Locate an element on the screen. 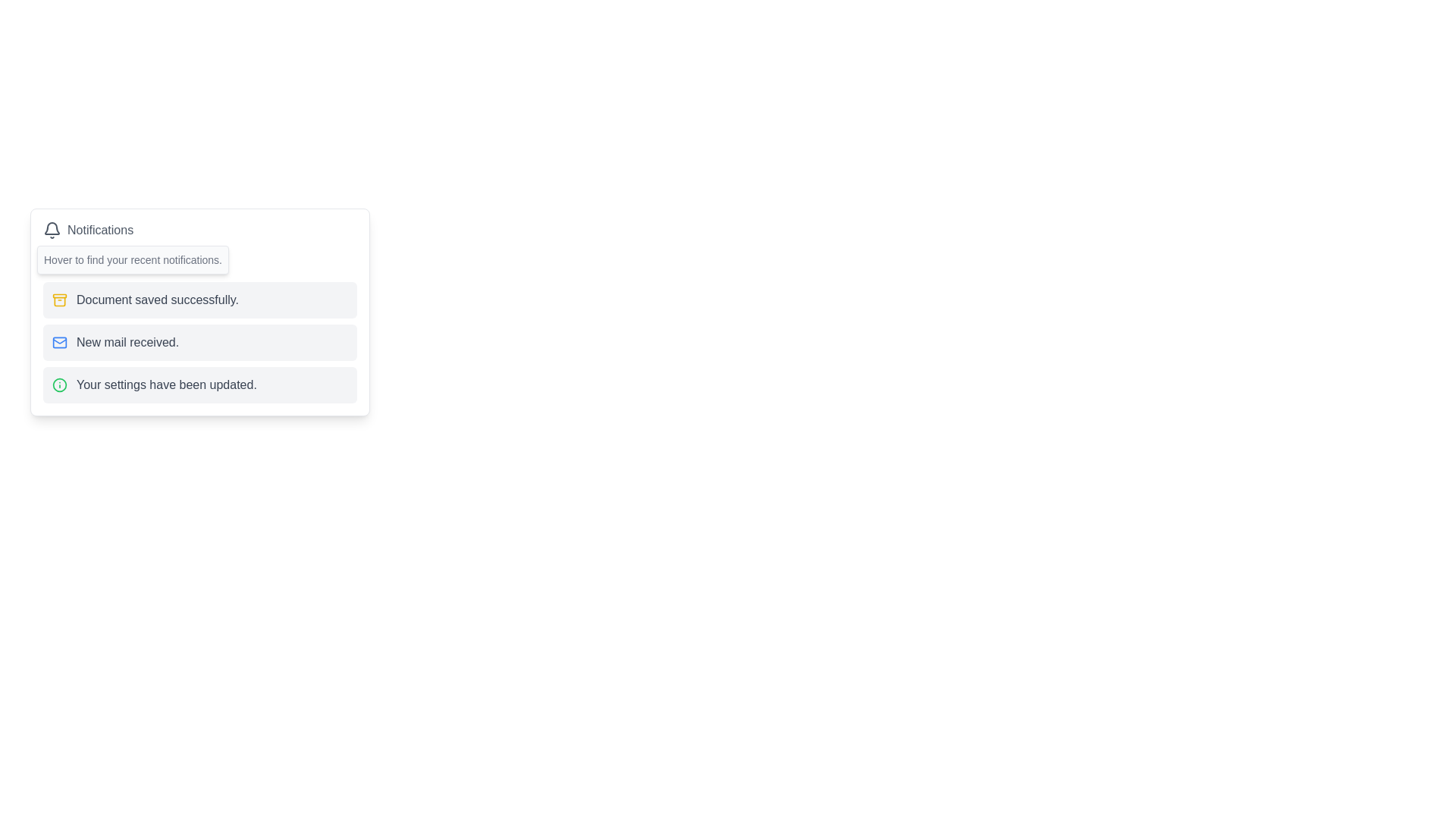 The image size is (1456, 819). notification that indicates the user's settings have been successfully updated, which is the third element in a vertical list of notifications is located at coordinates (199, 384).